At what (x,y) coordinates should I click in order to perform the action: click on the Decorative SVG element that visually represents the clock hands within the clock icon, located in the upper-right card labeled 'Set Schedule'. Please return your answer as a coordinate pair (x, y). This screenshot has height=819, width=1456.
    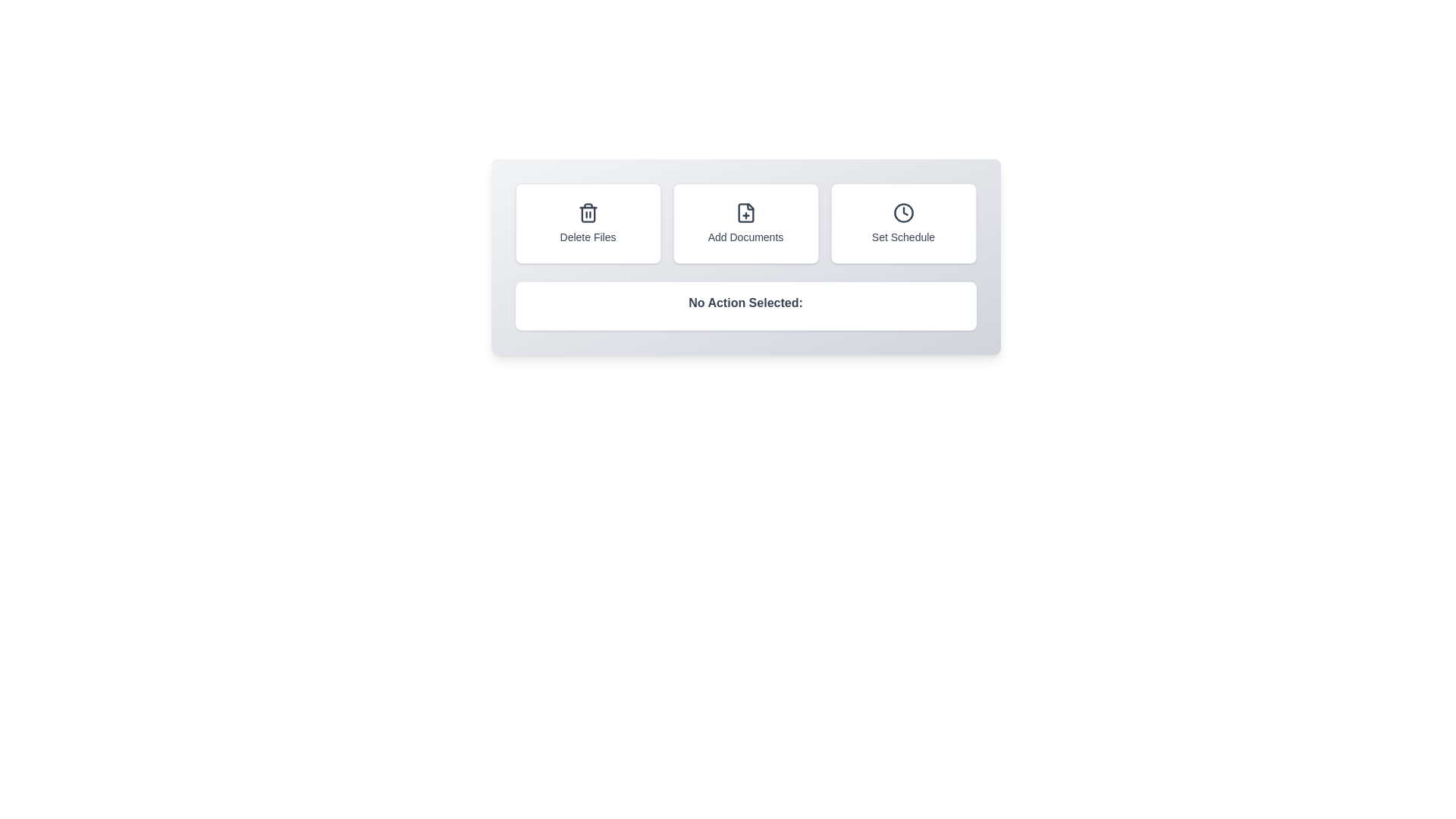
    Looking at the image, I should click on (905, 211).